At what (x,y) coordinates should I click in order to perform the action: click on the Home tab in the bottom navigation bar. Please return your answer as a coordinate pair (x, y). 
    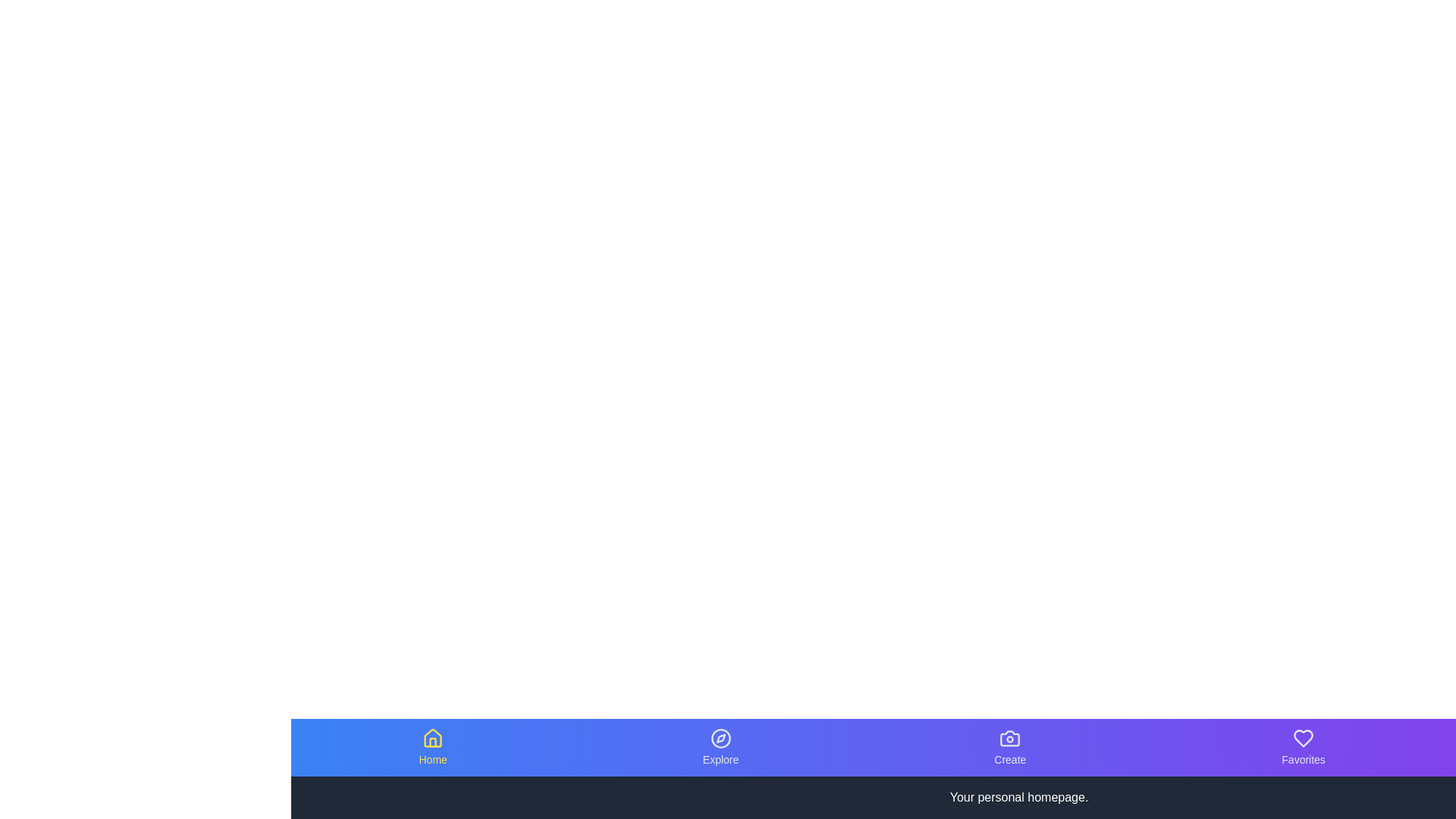
    Looking at the image, I should click on (432, 747).